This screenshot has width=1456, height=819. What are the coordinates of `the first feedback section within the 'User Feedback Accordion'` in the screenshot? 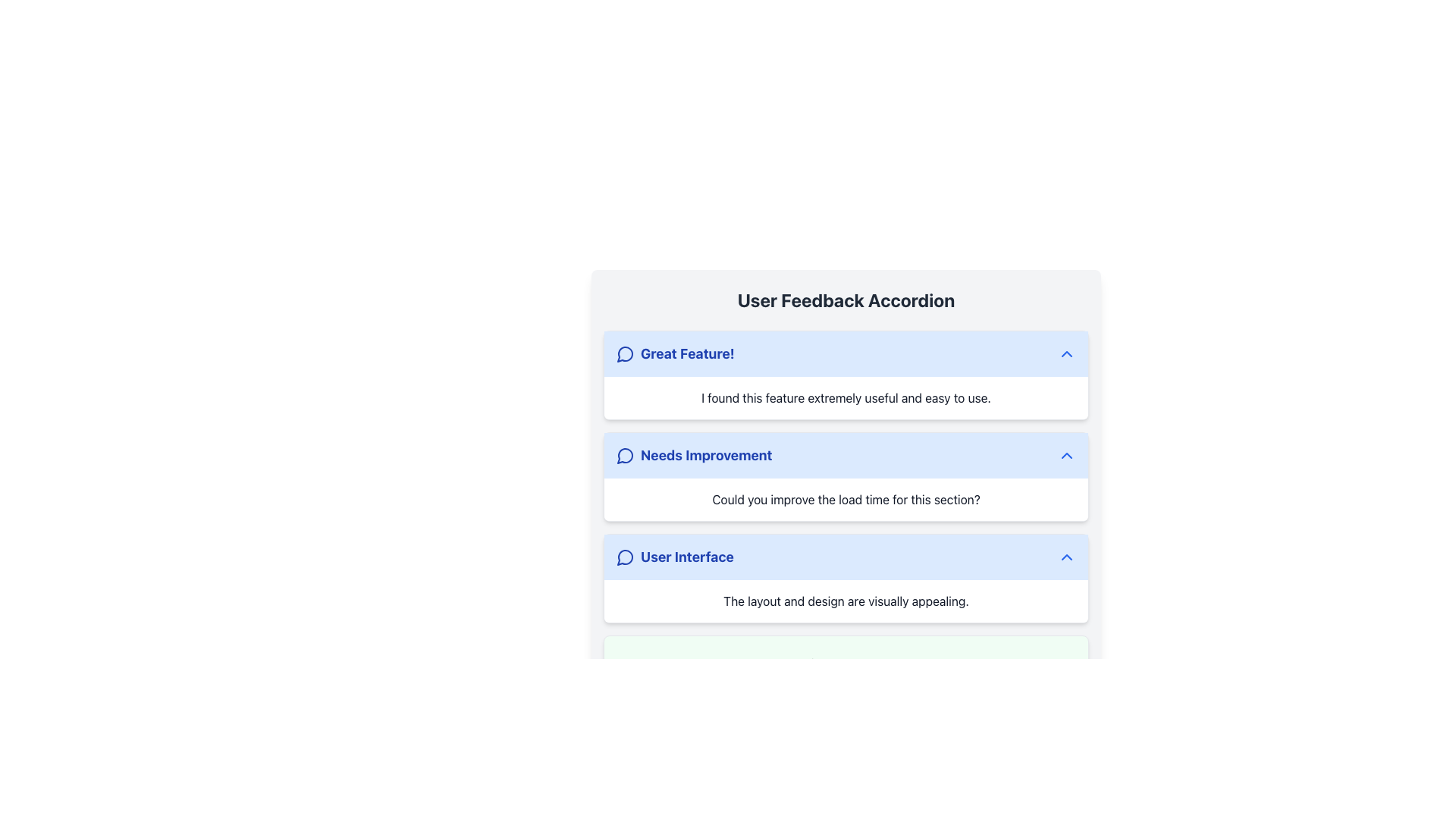 It's located at (846, 375).